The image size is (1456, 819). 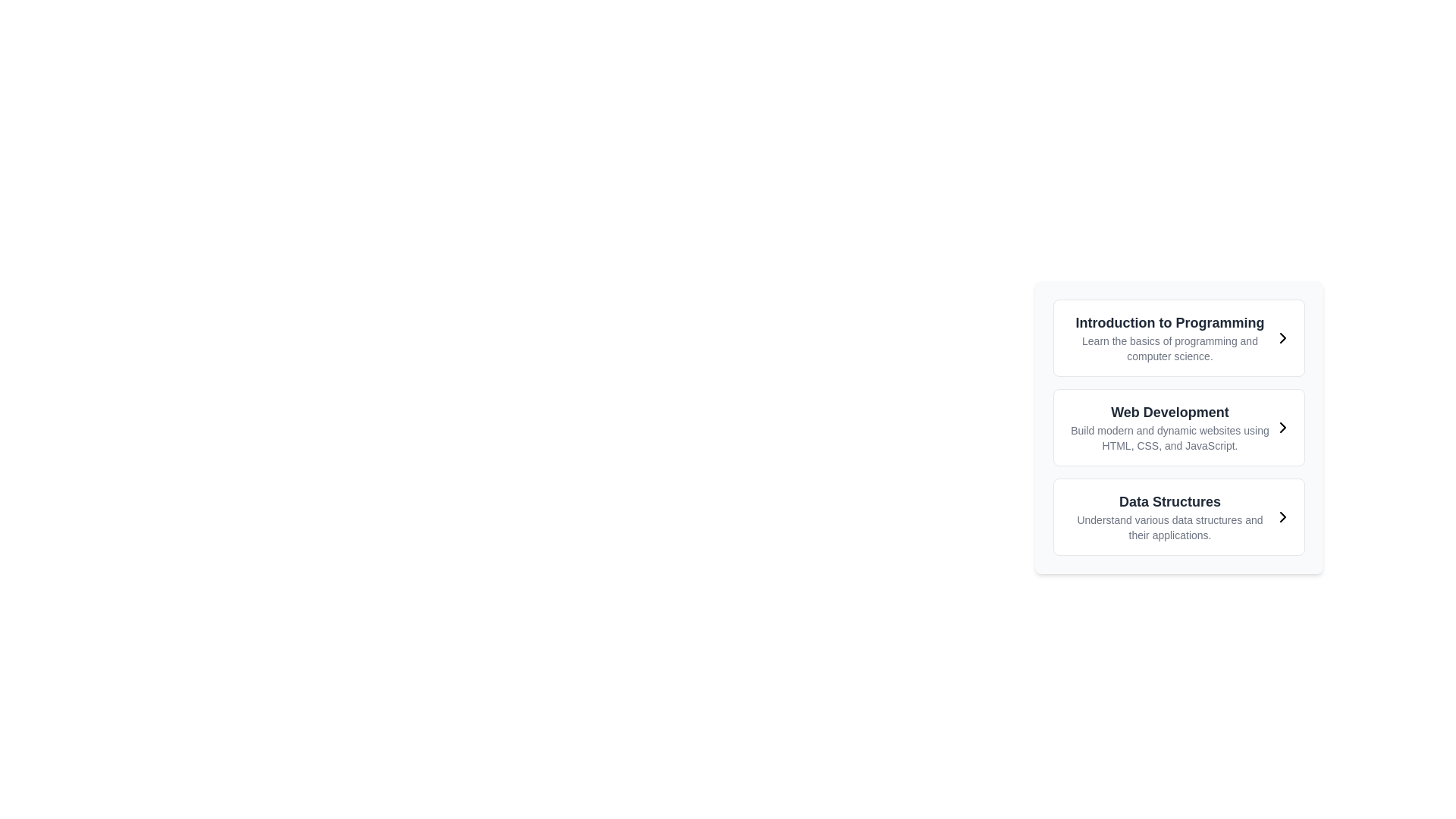 What do you see at coordinates (1282, 337) in the screenshot?
I see `the interactive icon located to the far right of the 'Introduction to Programming' card in the first card of a vertical list` at bounding box center [1282, 337].